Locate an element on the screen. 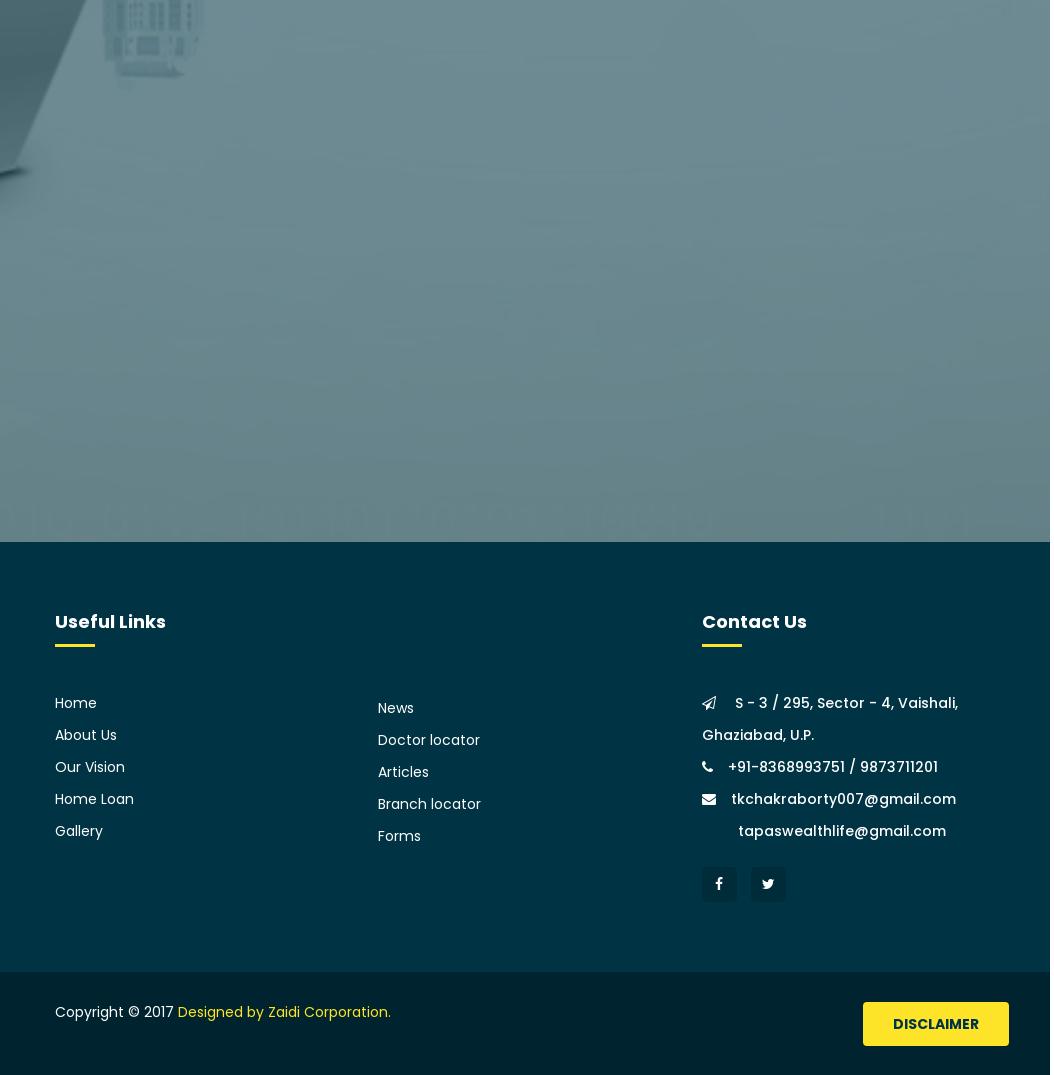 This screenshot has height=1075, width=1054. 'Gallery' is located at coordinates (78, 829).